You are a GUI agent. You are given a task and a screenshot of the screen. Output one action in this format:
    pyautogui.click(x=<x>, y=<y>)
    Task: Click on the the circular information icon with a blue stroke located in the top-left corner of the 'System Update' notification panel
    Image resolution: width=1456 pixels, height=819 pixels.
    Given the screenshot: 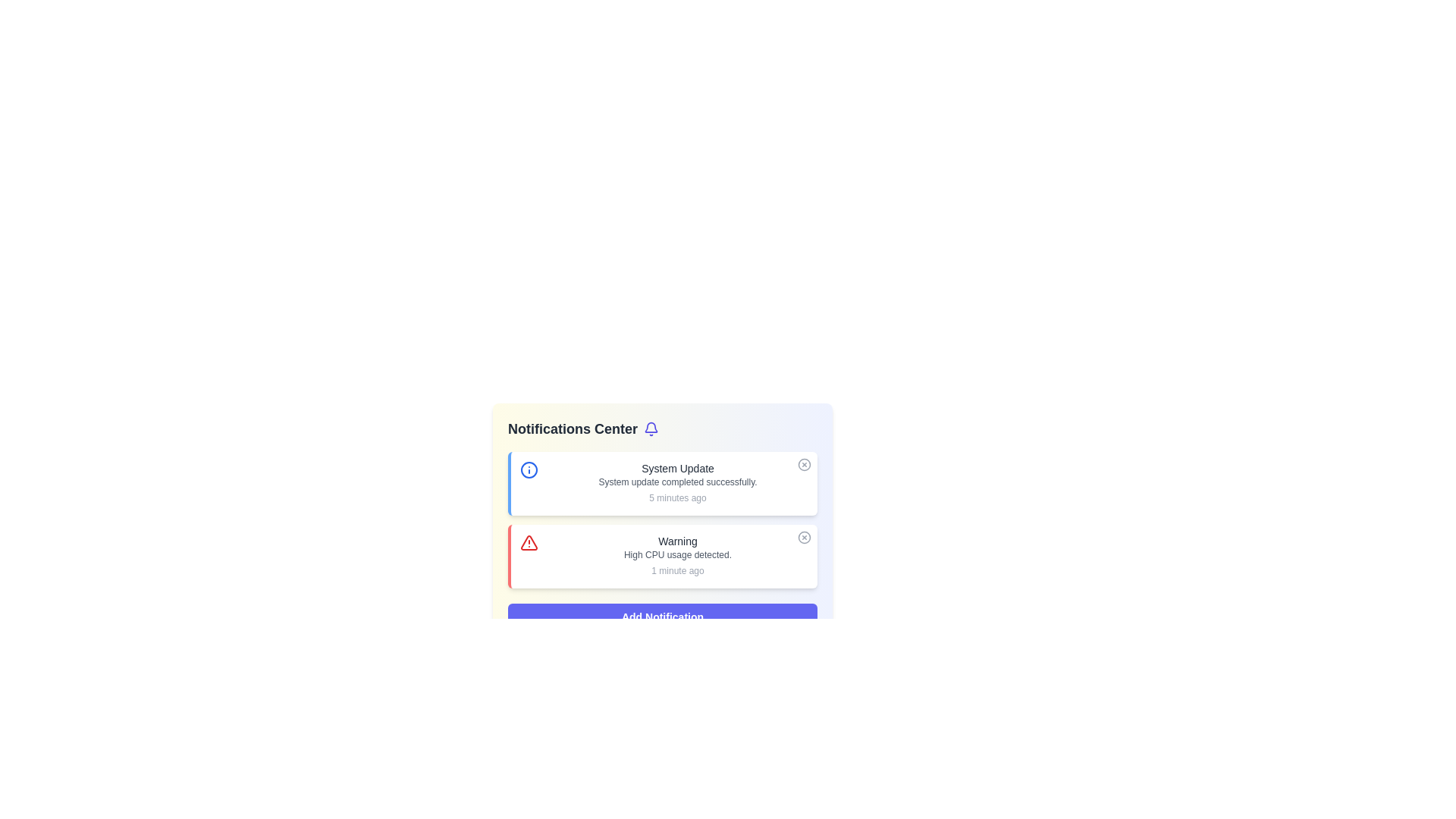 What is the action you would take?
    pyautogui.click(x=529, y=469)
    